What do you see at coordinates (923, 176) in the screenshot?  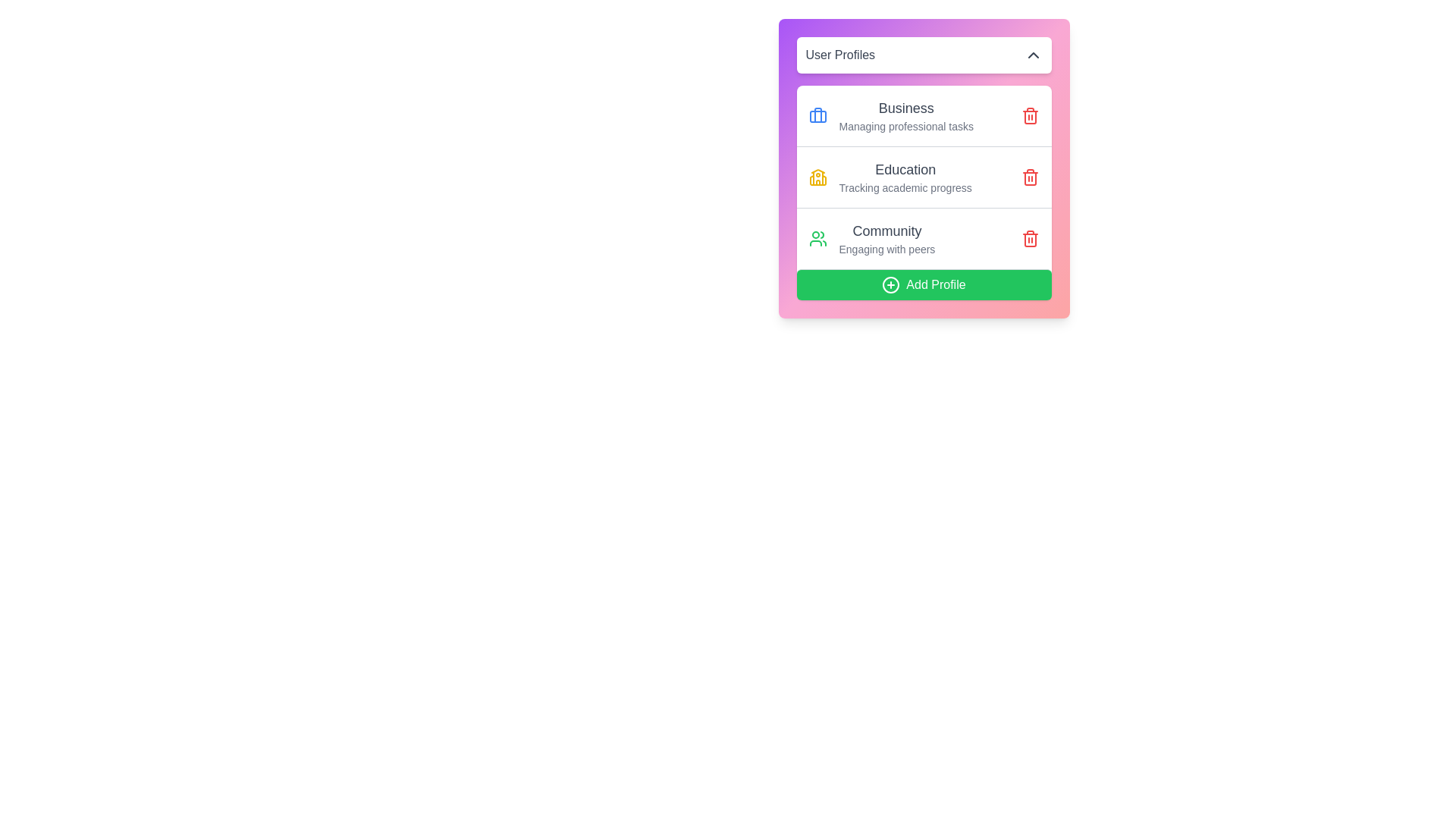 I see `the second list item titled 'Education' with a yellow school icon and a red delete icon` at bounding box center [923, 176].